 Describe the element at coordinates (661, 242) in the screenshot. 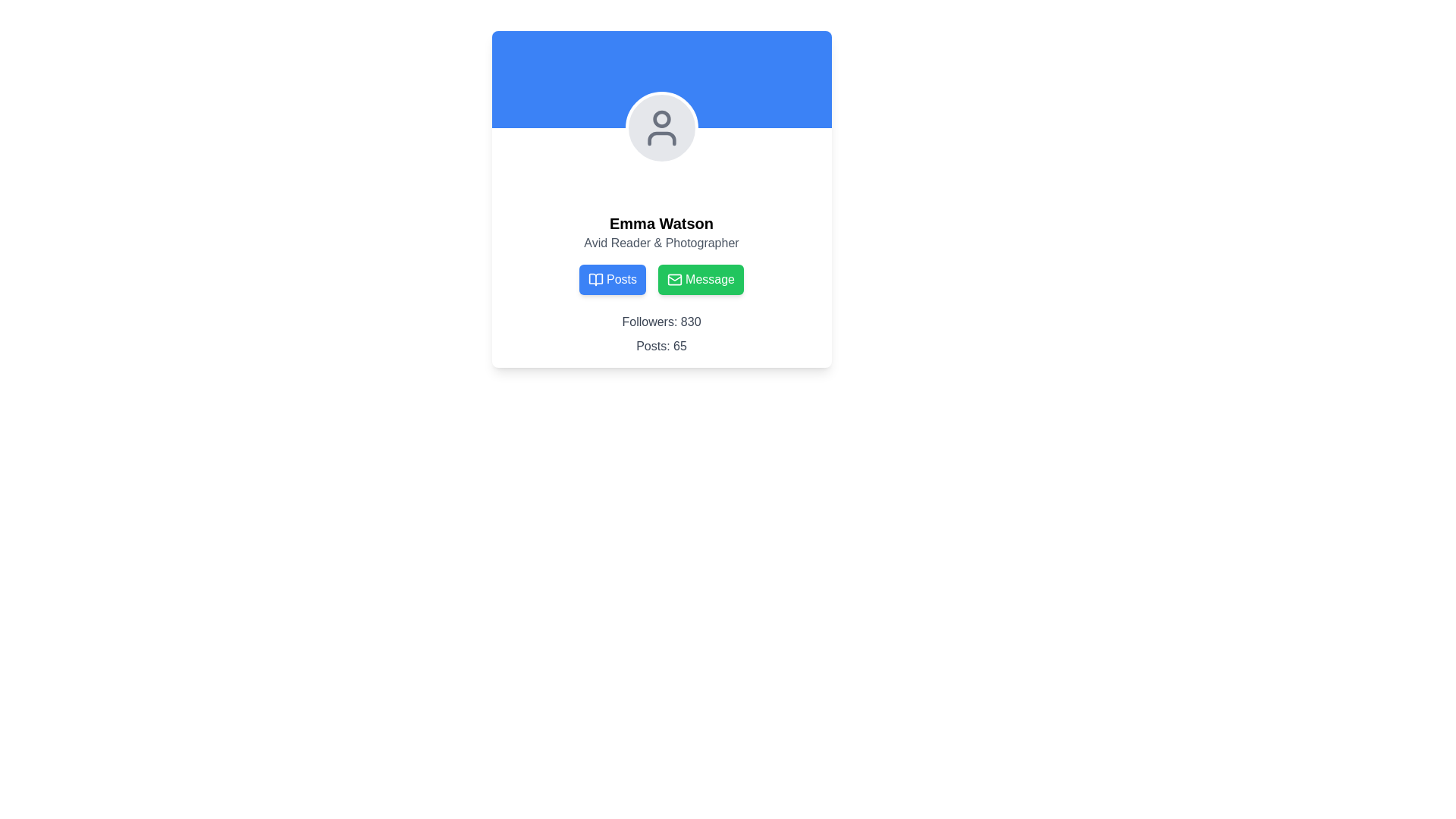

I see `the text label that reads 'Avid Reader & Photographer', which is positioned below the 'Emma Watson' title and above the action buttons 'Posts' and 'Message'` at that location.